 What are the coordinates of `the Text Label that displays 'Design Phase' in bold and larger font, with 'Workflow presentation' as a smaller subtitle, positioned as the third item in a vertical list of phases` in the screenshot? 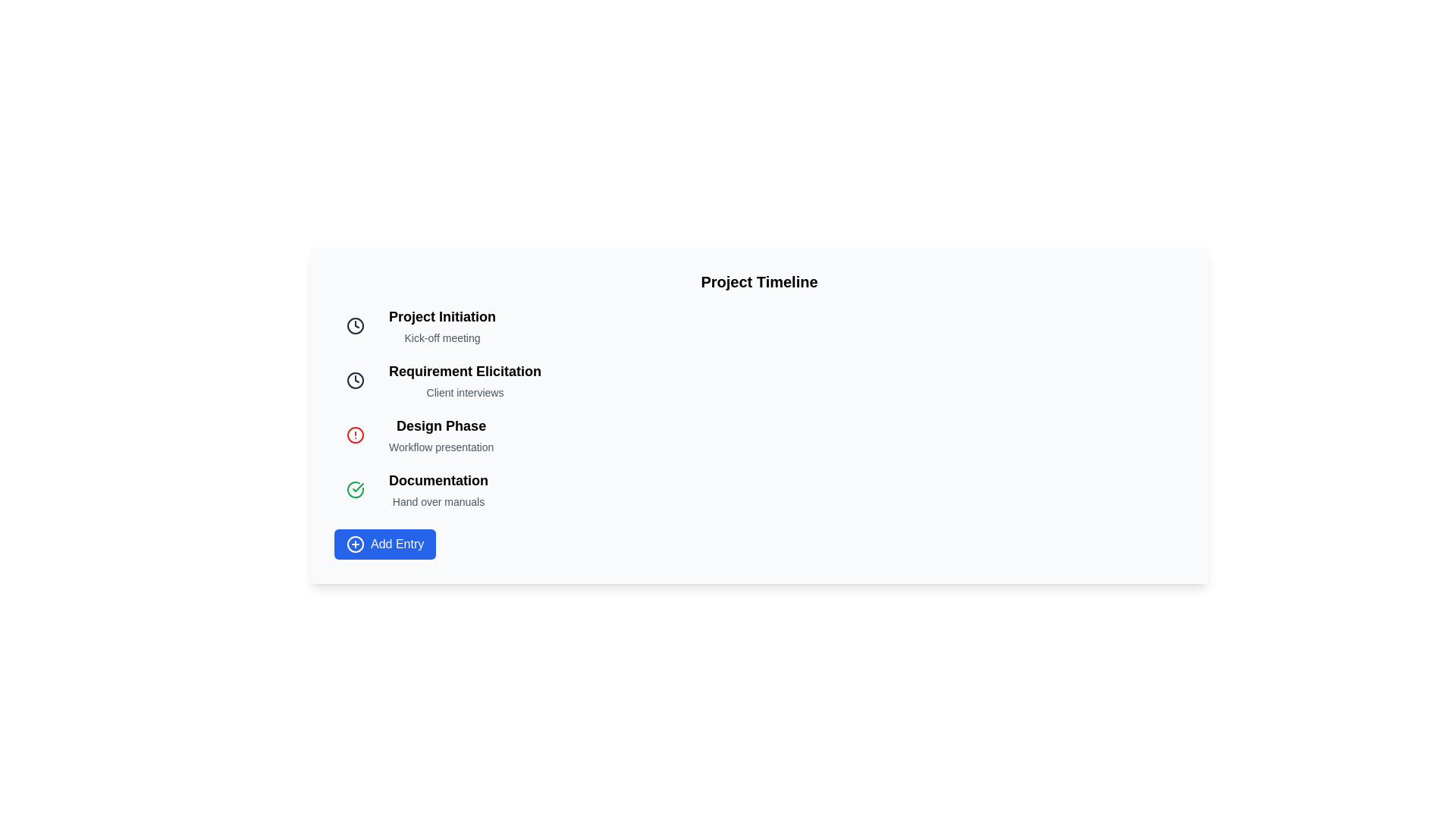 It's located at (441, 435).